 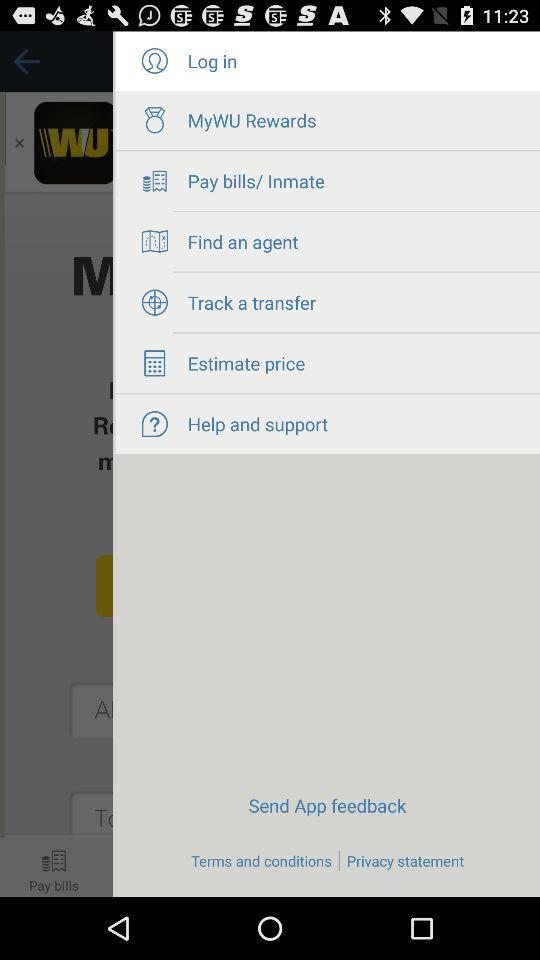 What do you see at coordinates (56, 464) in the screenshot?
I see `go back` at bounding box center [56, 464].